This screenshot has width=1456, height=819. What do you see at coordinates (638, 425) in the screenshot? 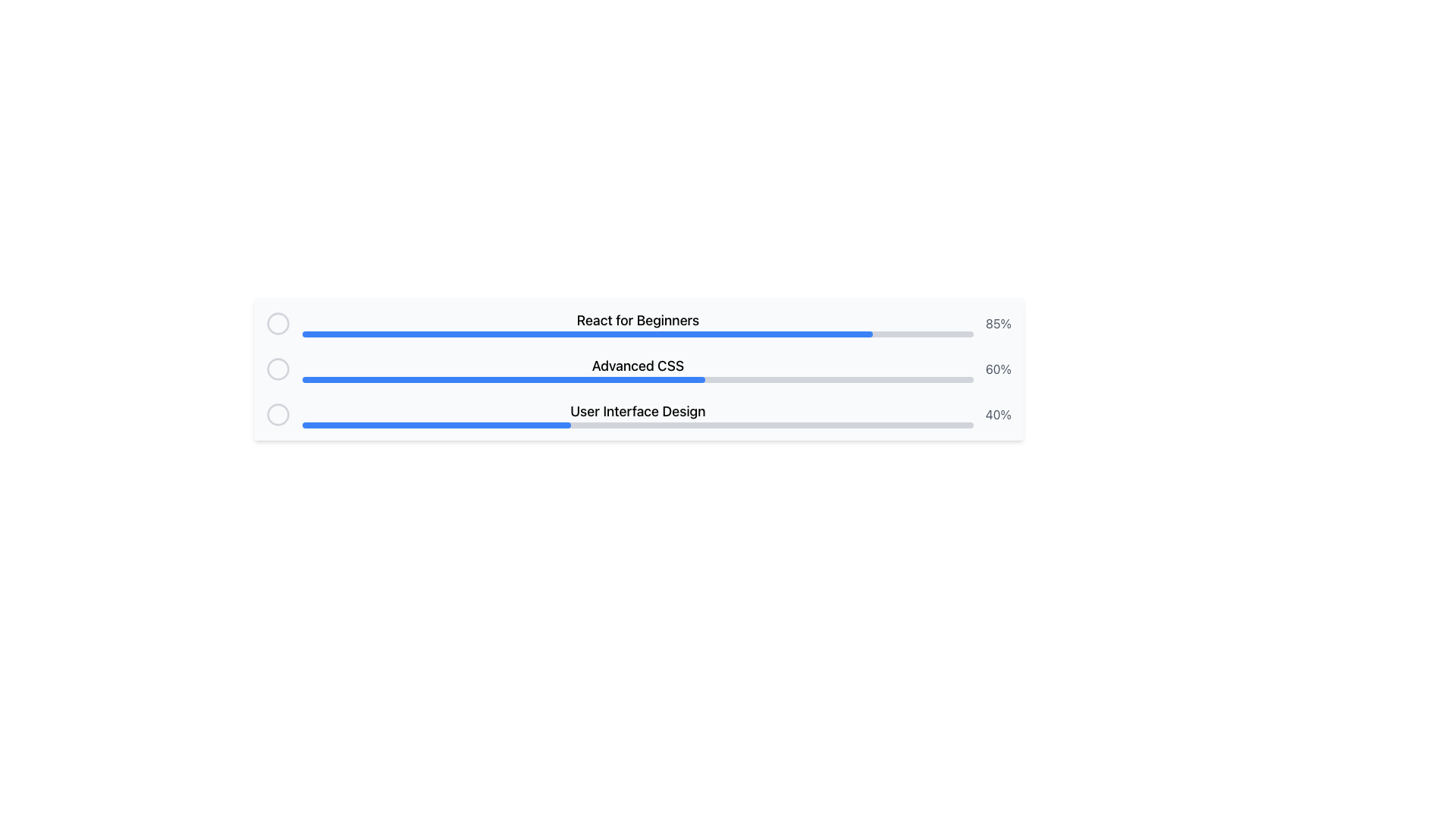
I see `the Progress bar located in the third progress section under the label 'User Interface Design', which visually represents the progress of a task` at bounding box center [638, 425].